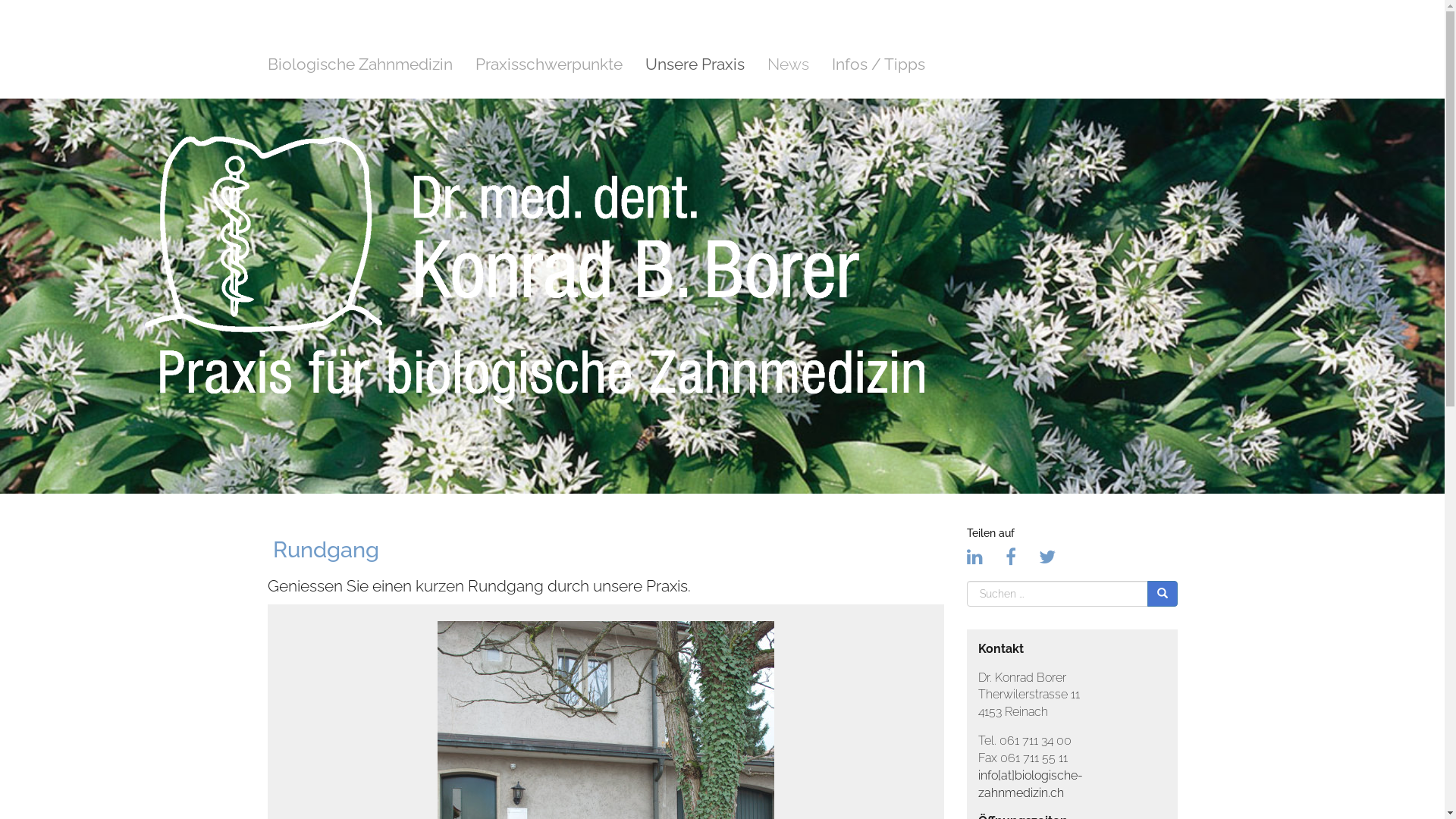 This screenshot has height=819, width=1456. What do you see at coordinates (978, 783) in the screenshot?
I see `'info[at]biologische-zahnmedizin.ch'` at bounding box center [978, 783].